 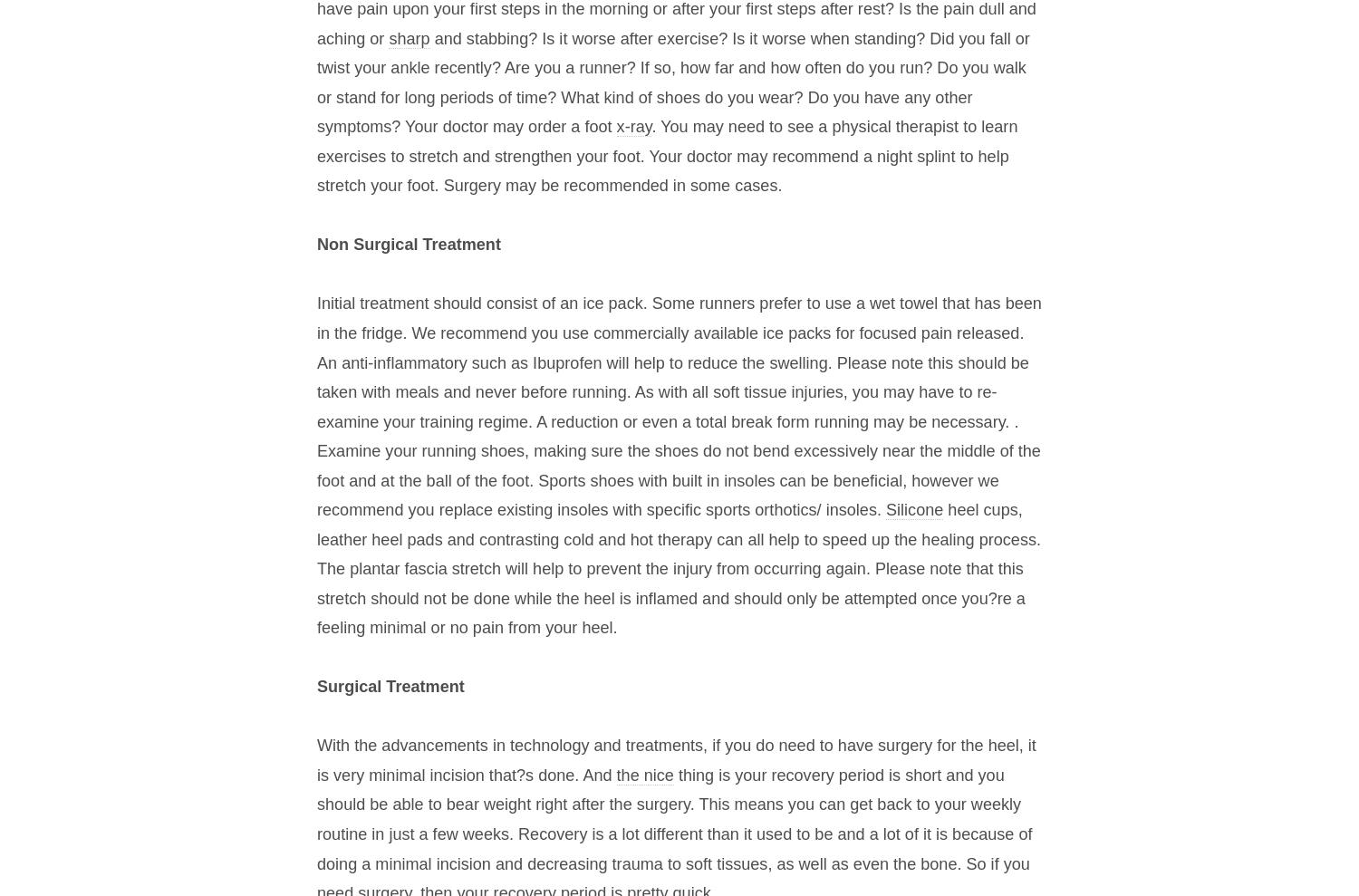 What do you see at coordinates (675, 759) in the screenshot?
I see `'With the advancements in technology and treatments, if you do need to have surgery for the heel, it is very minimal incision that?s done.  And'` at bounding box center [675, 759].